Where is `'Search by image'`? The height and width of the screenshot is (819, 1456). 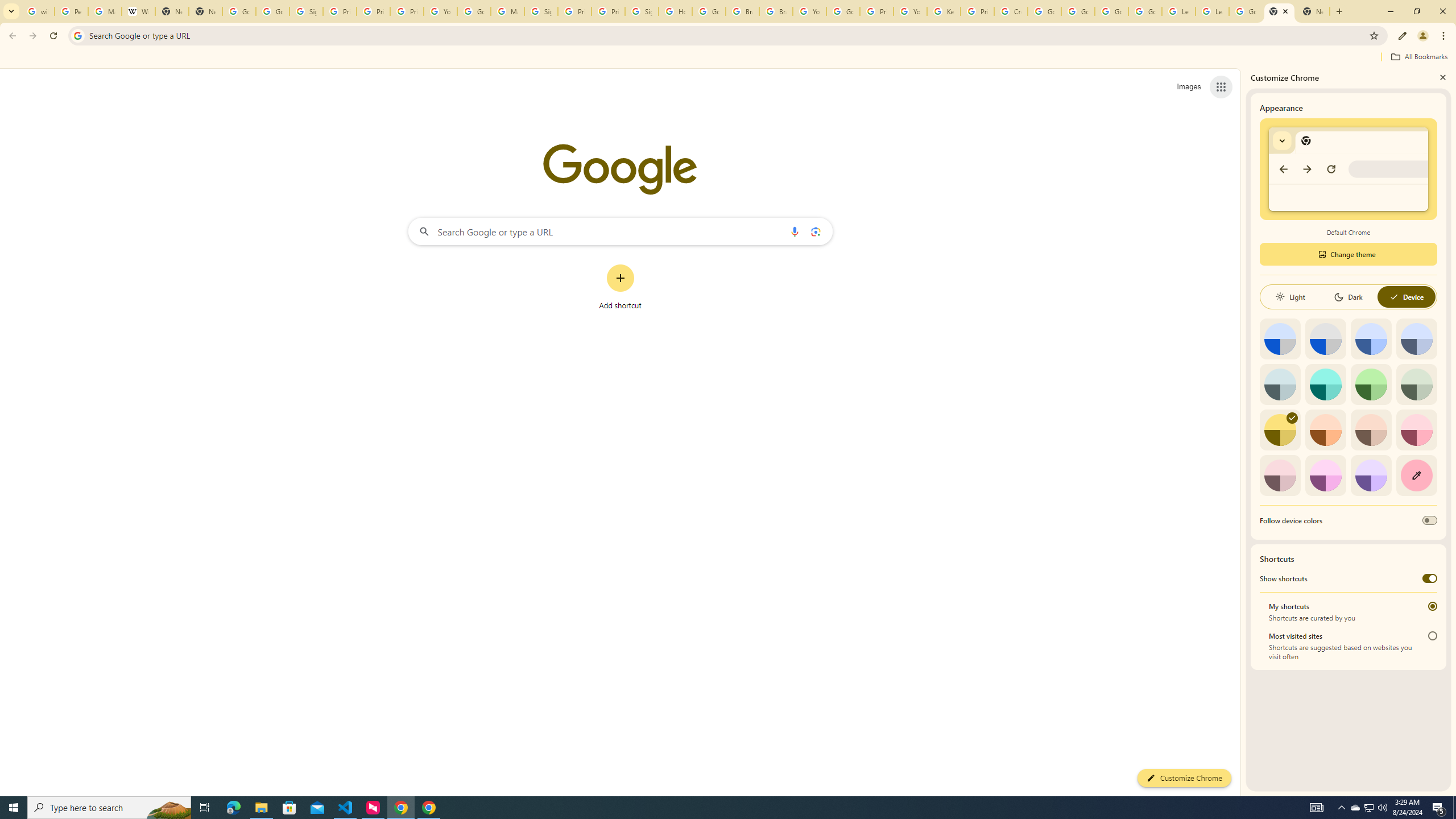
'Search by image' is located at coordinates (816, 230).